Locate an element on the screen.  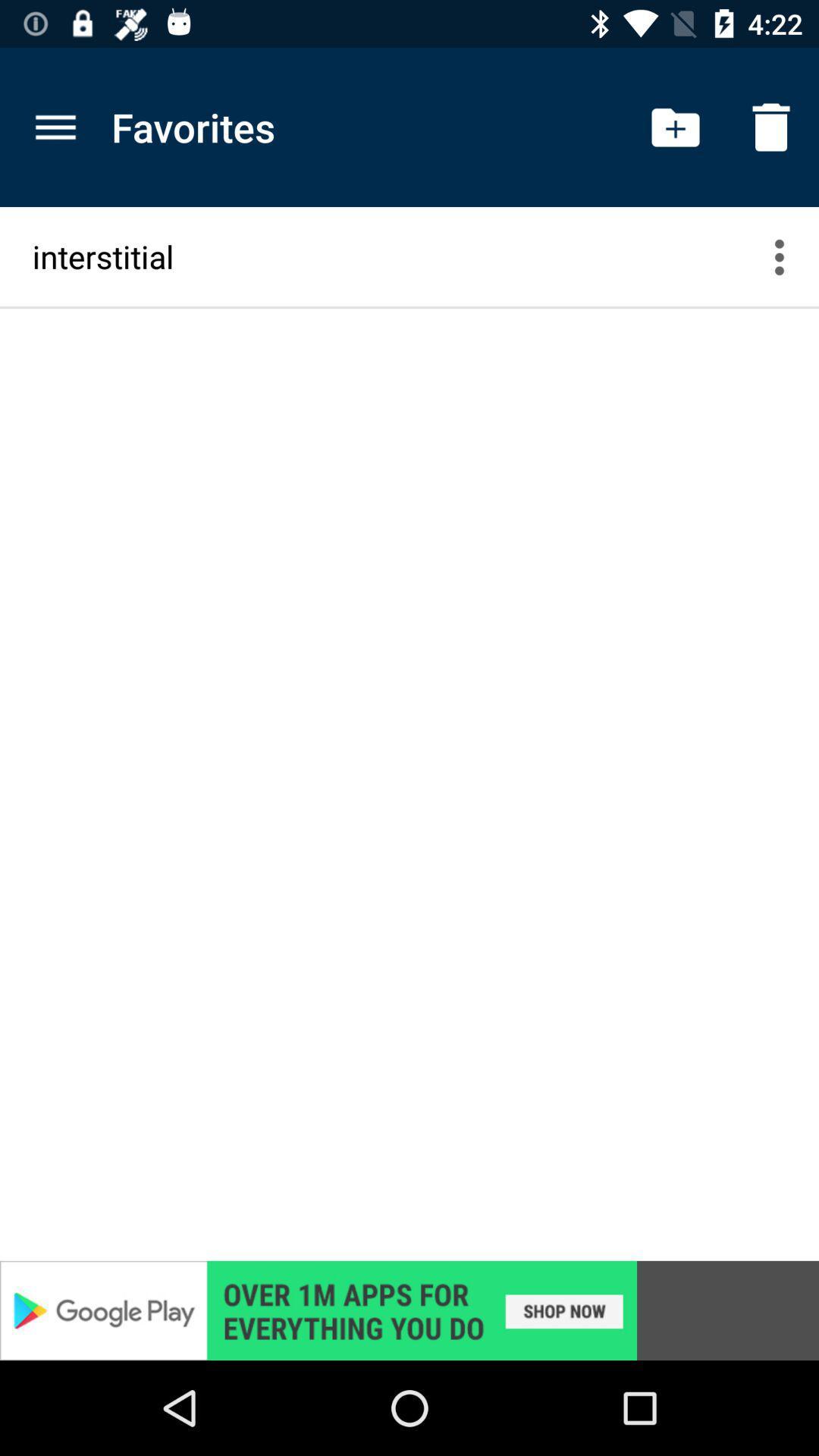
advertisement is located at coordinates (409, 1310).